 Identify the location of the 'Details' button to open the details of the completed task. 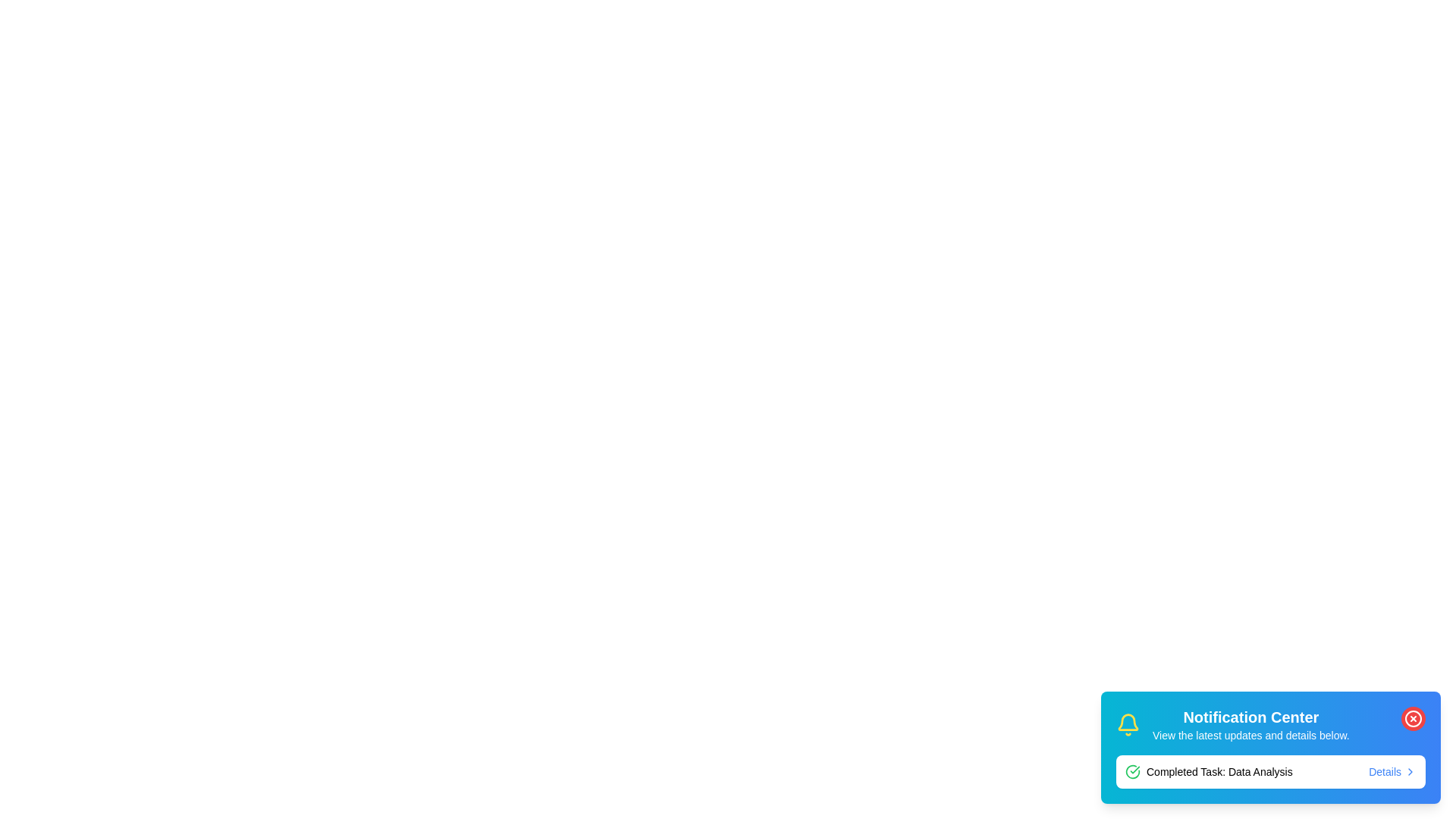
(1392, 772).